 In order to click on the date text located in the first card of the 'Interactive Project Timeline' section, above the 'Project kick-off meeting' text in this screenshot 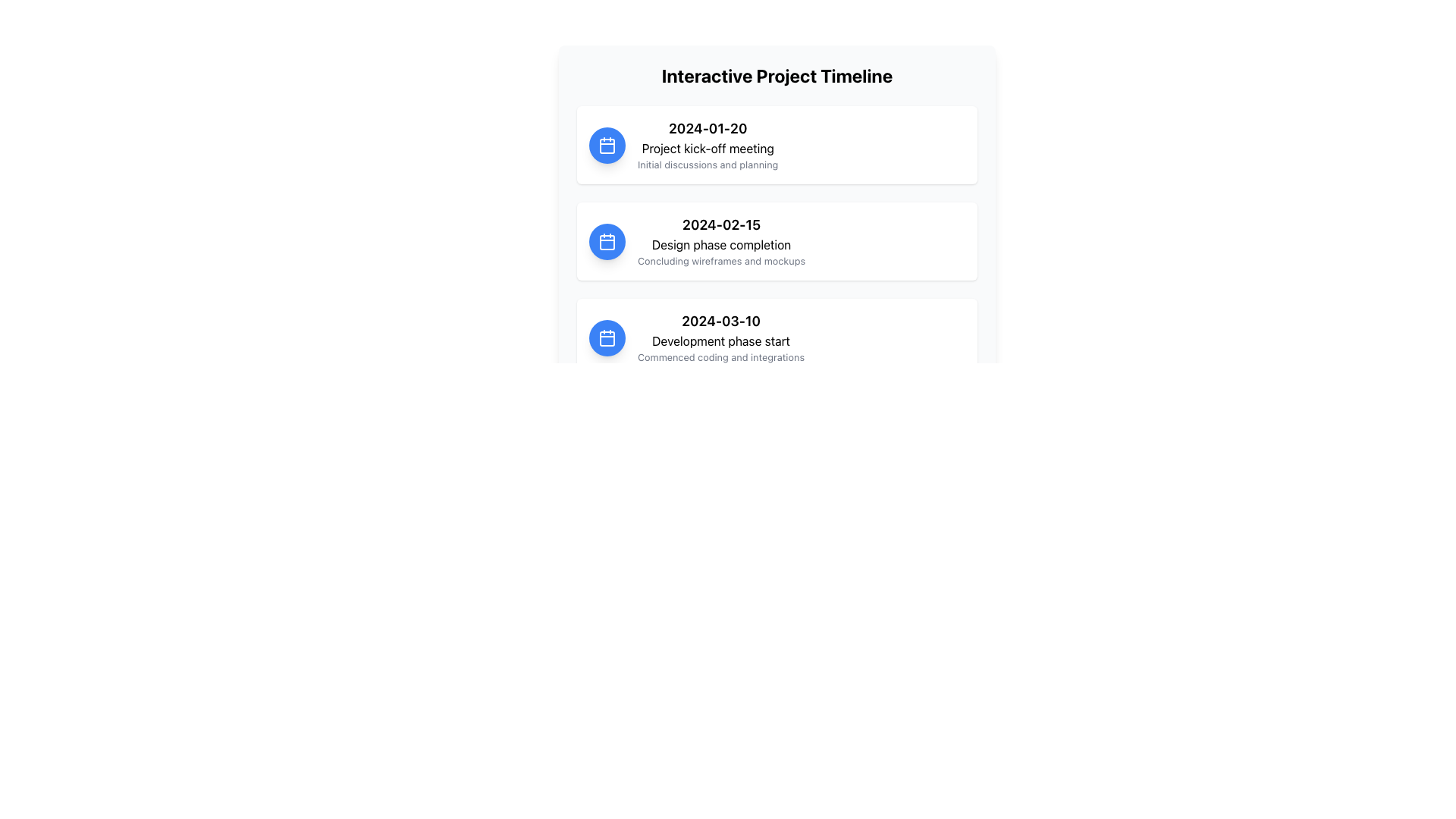, I will do `click(707, 127)`.